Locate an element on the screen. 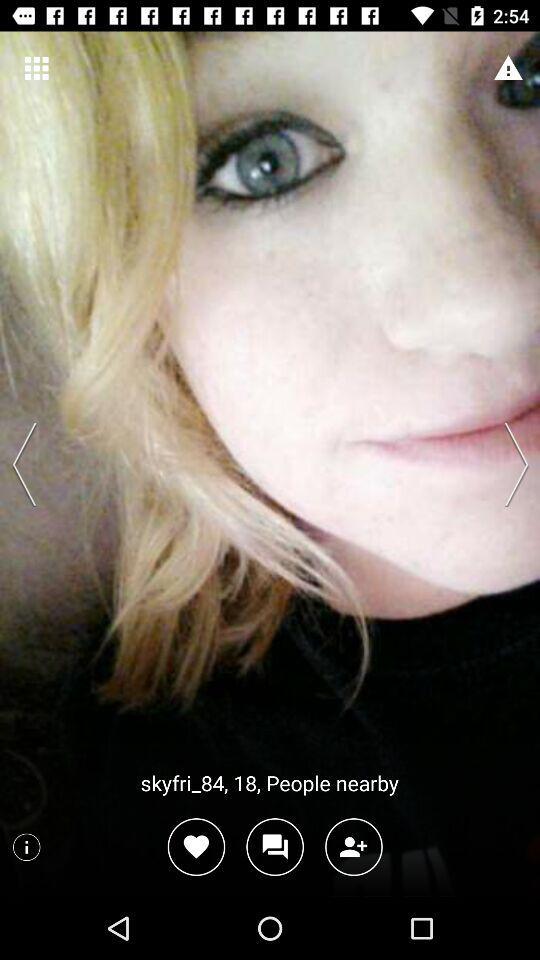 This screenshot has width=540, height=960. to send message is located at coordinates (274, 846).